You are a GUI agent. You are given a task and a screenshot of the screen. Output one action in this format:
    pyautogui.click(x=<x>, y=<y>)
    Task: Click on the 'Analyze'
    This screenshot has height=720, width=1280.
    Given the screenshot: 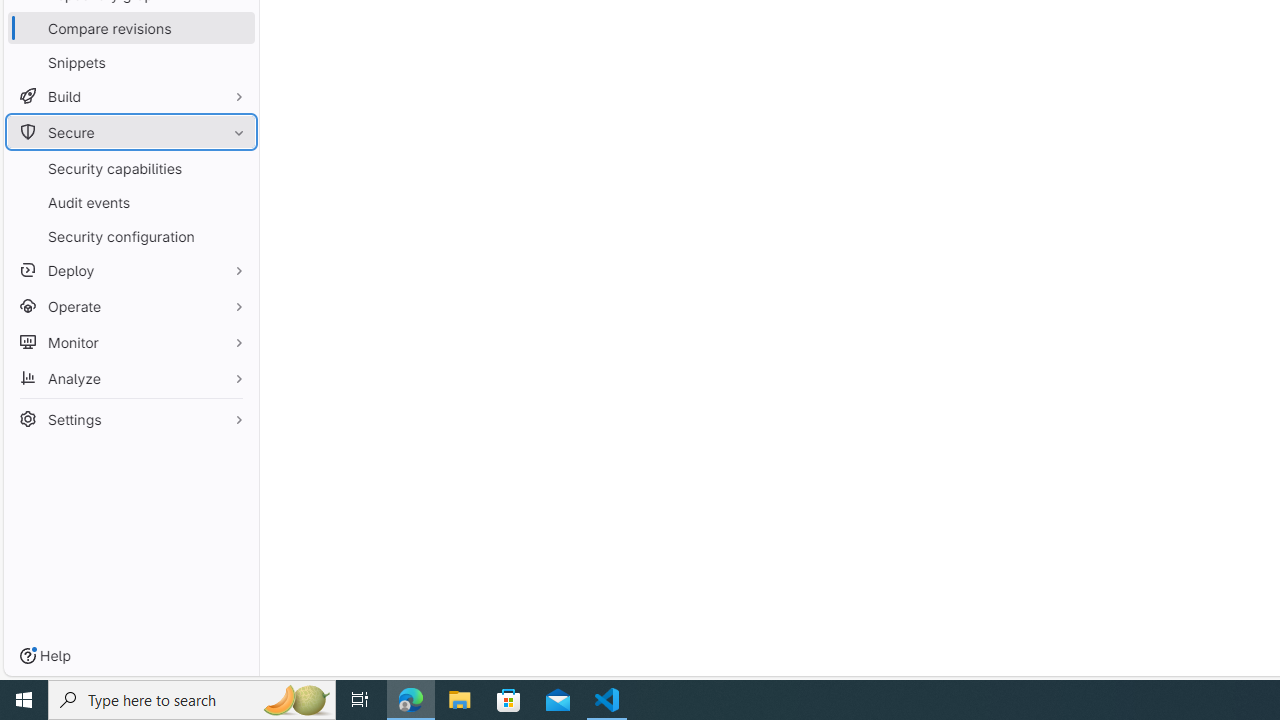 What is the action you would take?
    pyautogui.click(x=130, y=378)
    